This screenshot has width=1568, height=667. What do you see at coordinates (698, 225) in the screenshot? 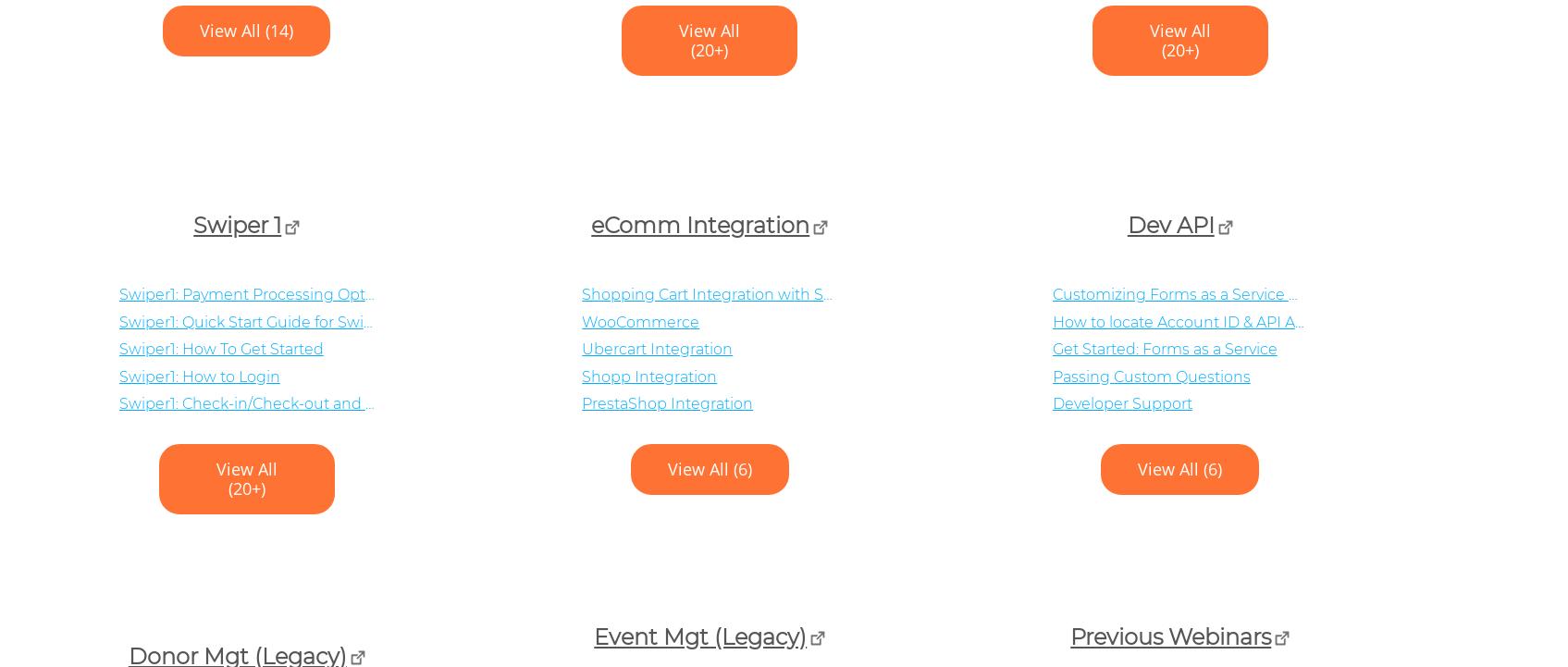
I see `'eComm Integration'` at bounding box center [698, 225].